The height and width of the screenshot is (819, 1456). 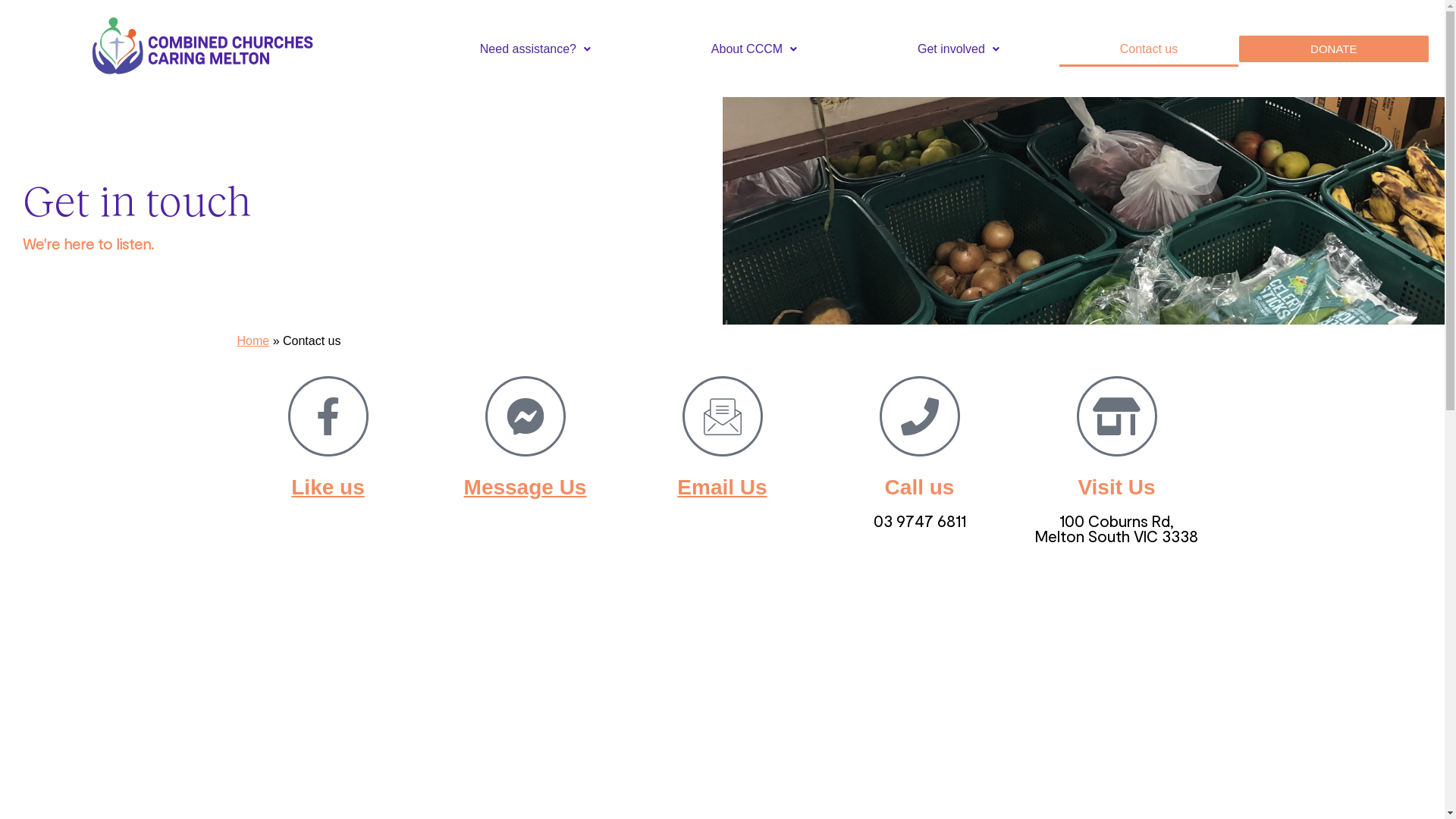 What do you see at coordinates (535, 49) in the screenshot?
I see `'Need assistance?'` at bounding box center [535, 49].